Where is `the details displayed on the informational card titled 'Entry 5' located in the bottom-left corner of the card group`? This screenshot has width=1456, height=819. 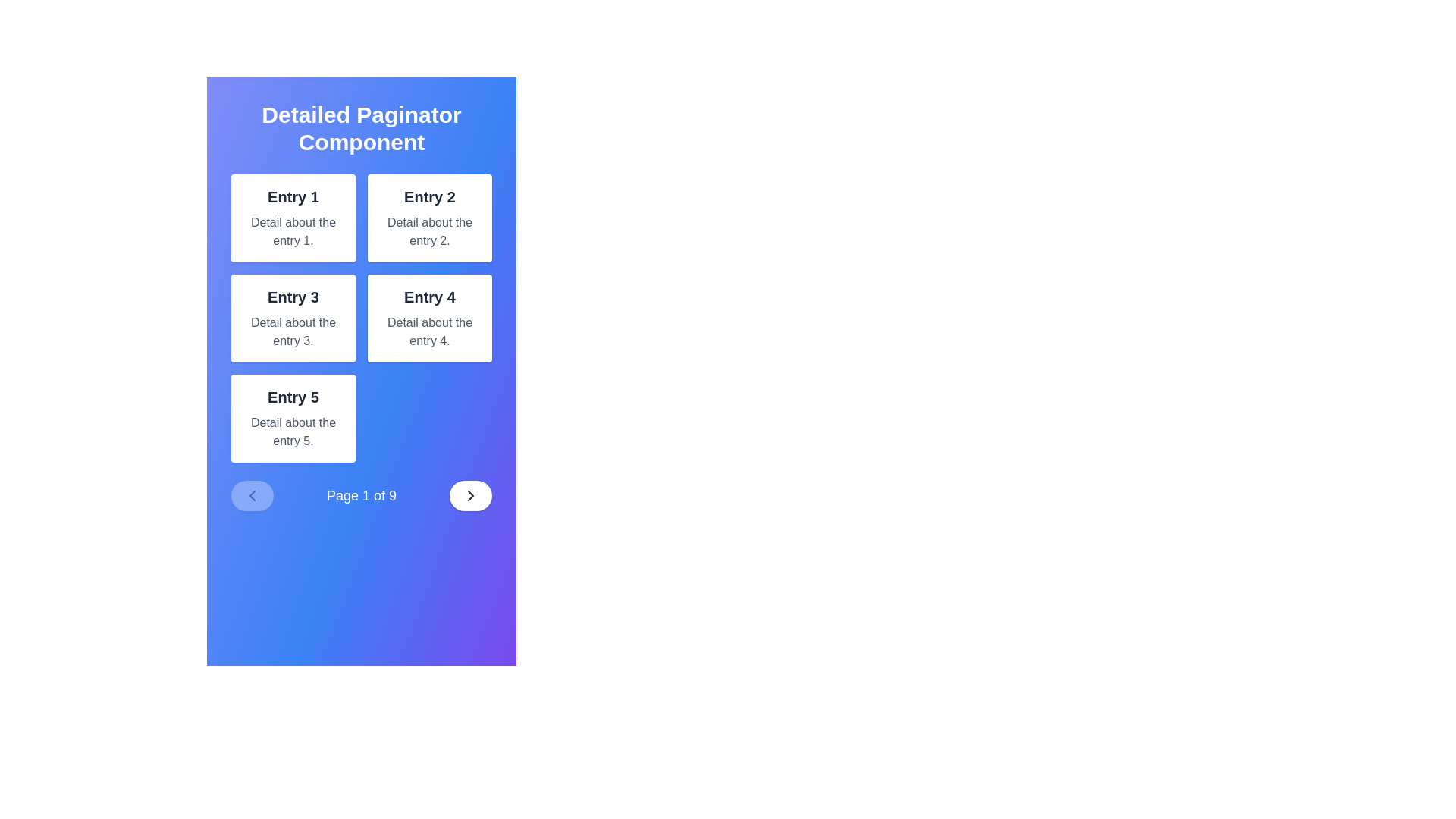 the details displayed on the informational card titled 'Entry 5' located in the bottom-left corner of the card group is located at coordinates (293, 418).